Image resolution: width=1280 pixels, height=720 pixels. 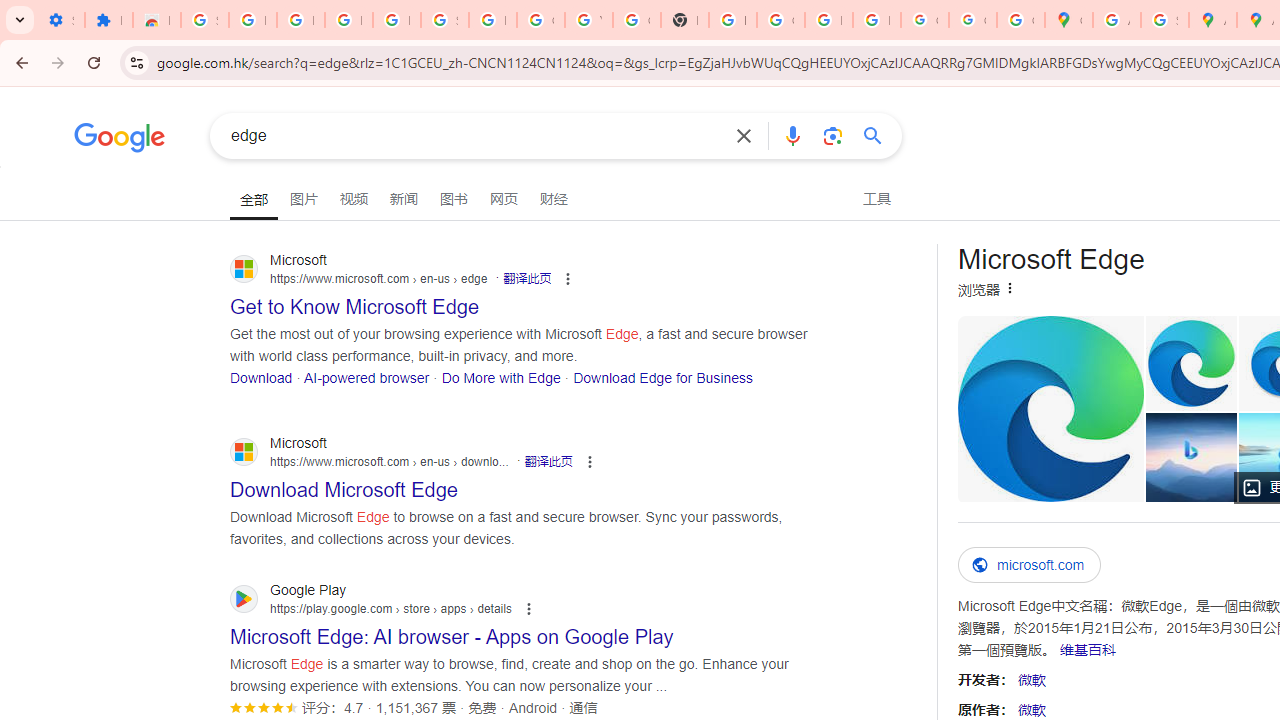 What do you see at coordinates (348, 20) in the screenshot?
I see `'Learn how to find your photos - Google Photos Help'` at bounding box center [348, 20].